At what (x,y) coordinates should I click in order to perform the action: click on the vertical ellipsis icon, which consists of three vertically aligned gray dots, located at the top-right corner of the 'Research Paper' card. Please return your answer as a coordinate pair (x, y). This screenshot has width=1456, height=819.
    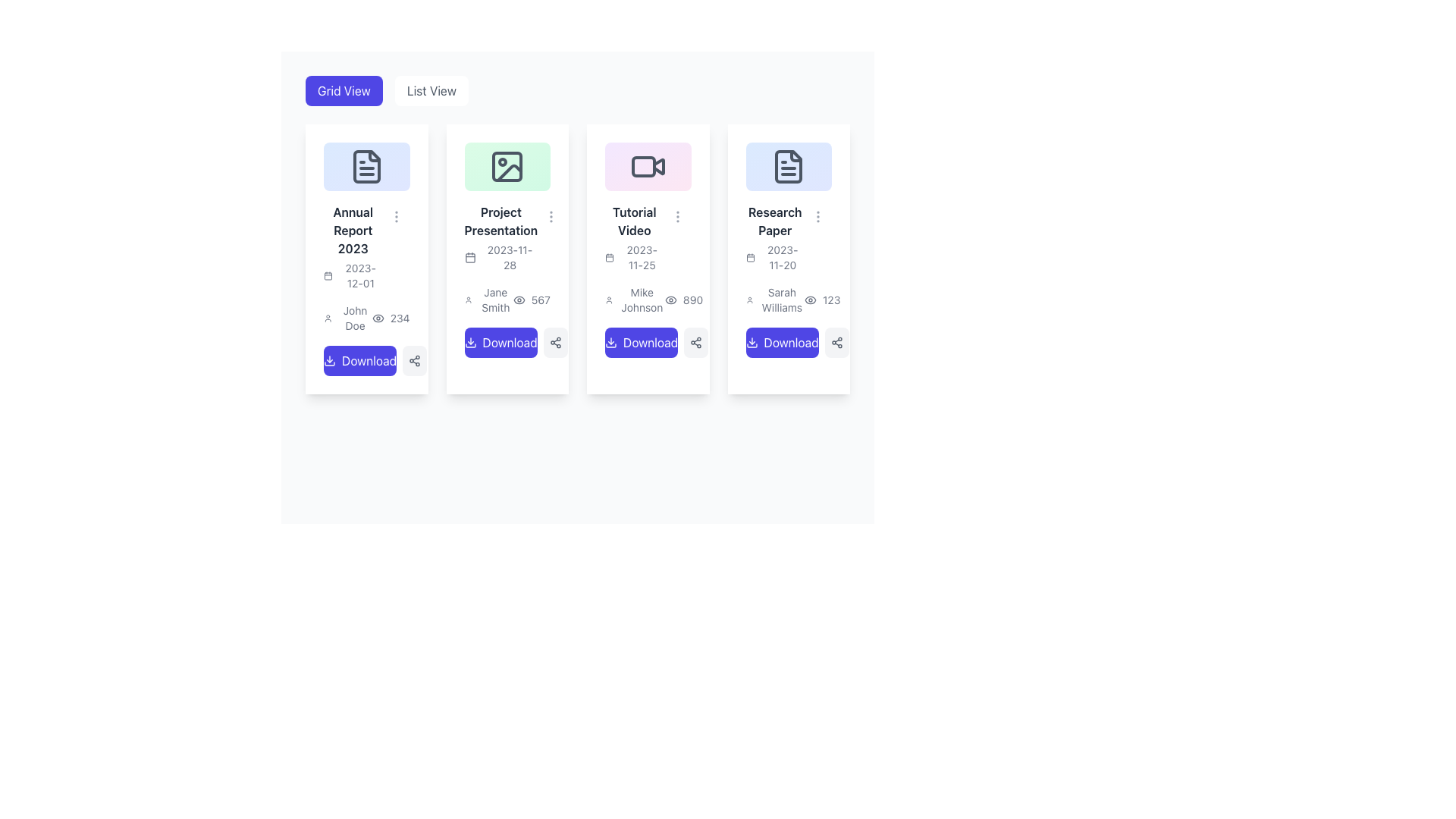
    Looking at the image, I should click on (817, 216).